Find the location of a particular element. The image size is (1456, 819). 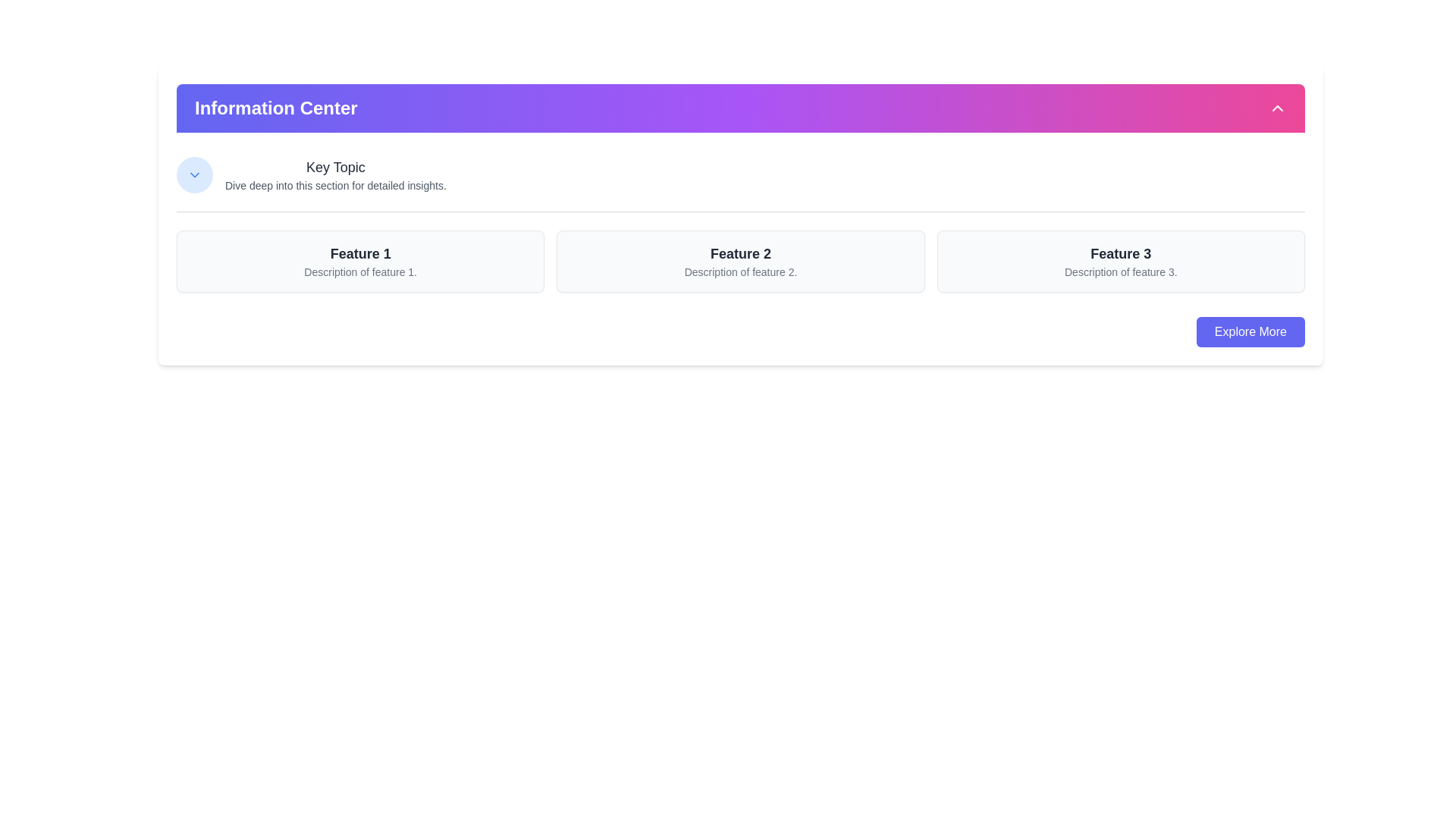

text content of the Text block with heading 'Key Topic' and subheading 'Dive deep into this section for detailed insights.' positioned under the 'Information Center' header is located at coordinates (334, 174).